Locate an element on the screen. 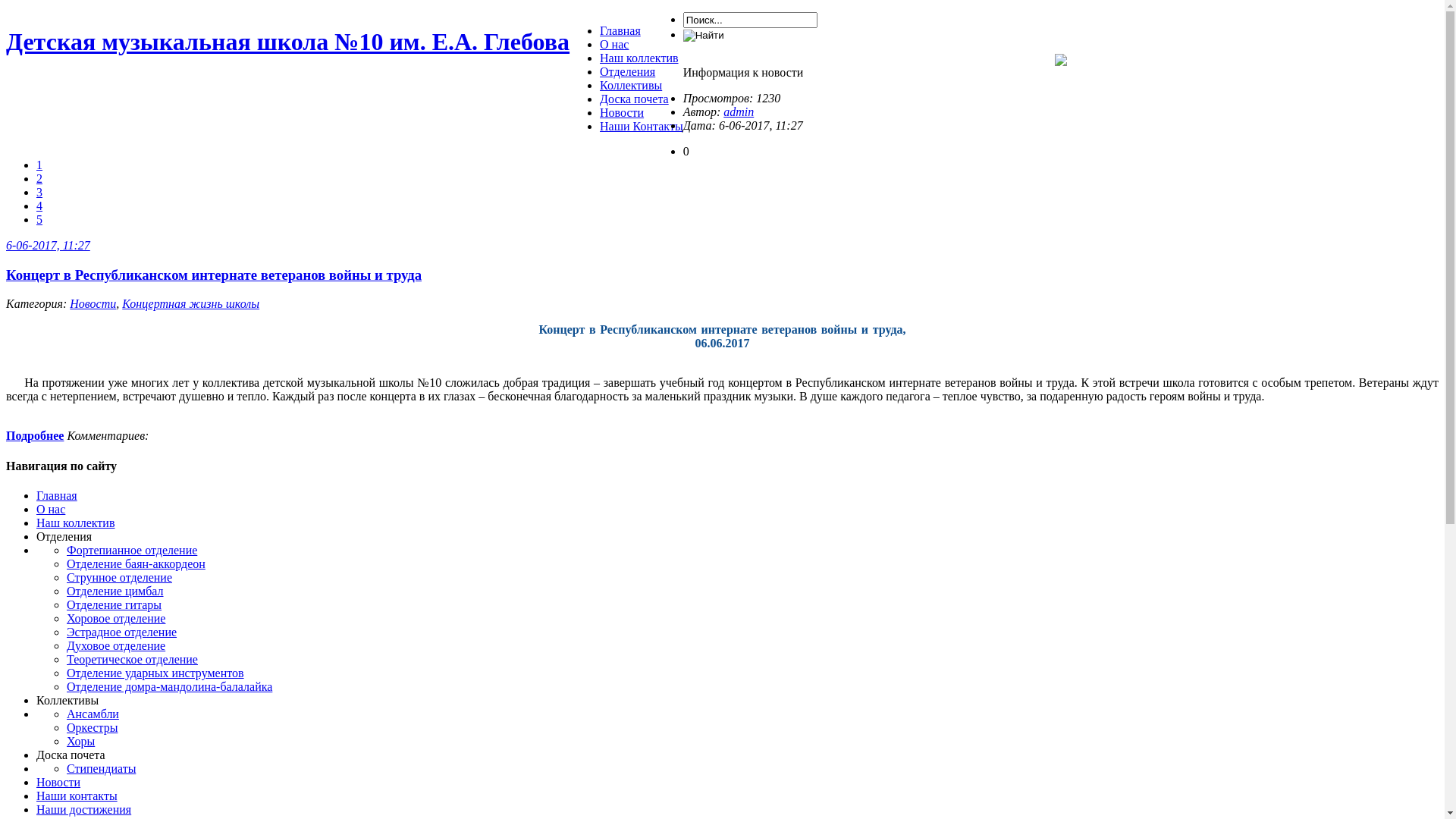 Image resolution: width=1456 pixels, height=819 pixels. '3' is located at coordinates (39, 191).